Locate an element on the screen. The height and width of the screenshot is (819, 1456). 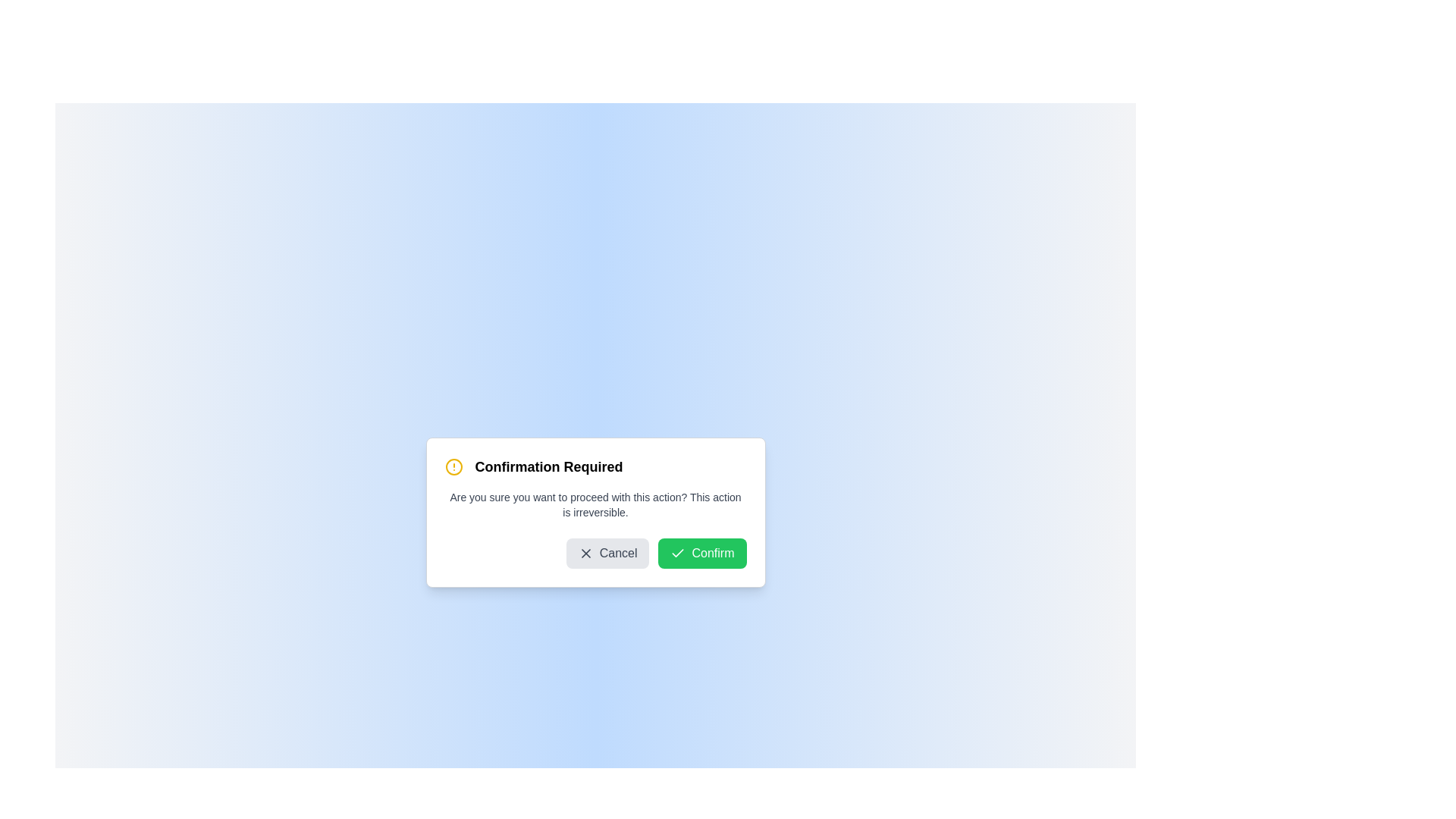
the confirm button located on the right-hand side of the dialog box's footer, which contains the success confirmation icon is located at coordinates (677, 553).